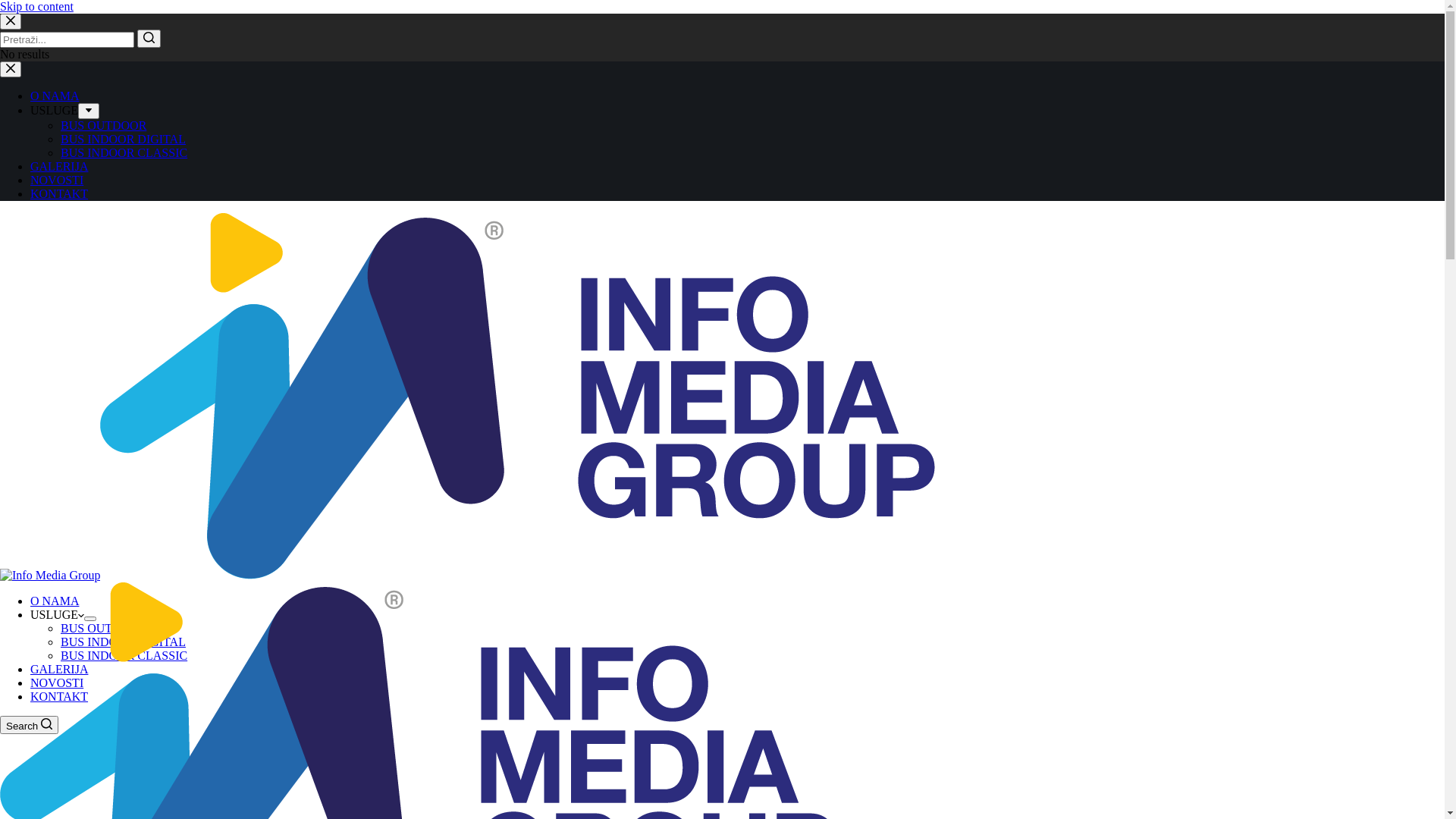 This screenshot has height=819, width=1456. Describe the element at coordinates (30, 696) in the screenshot. I see `'KONTAKT'` at that location.